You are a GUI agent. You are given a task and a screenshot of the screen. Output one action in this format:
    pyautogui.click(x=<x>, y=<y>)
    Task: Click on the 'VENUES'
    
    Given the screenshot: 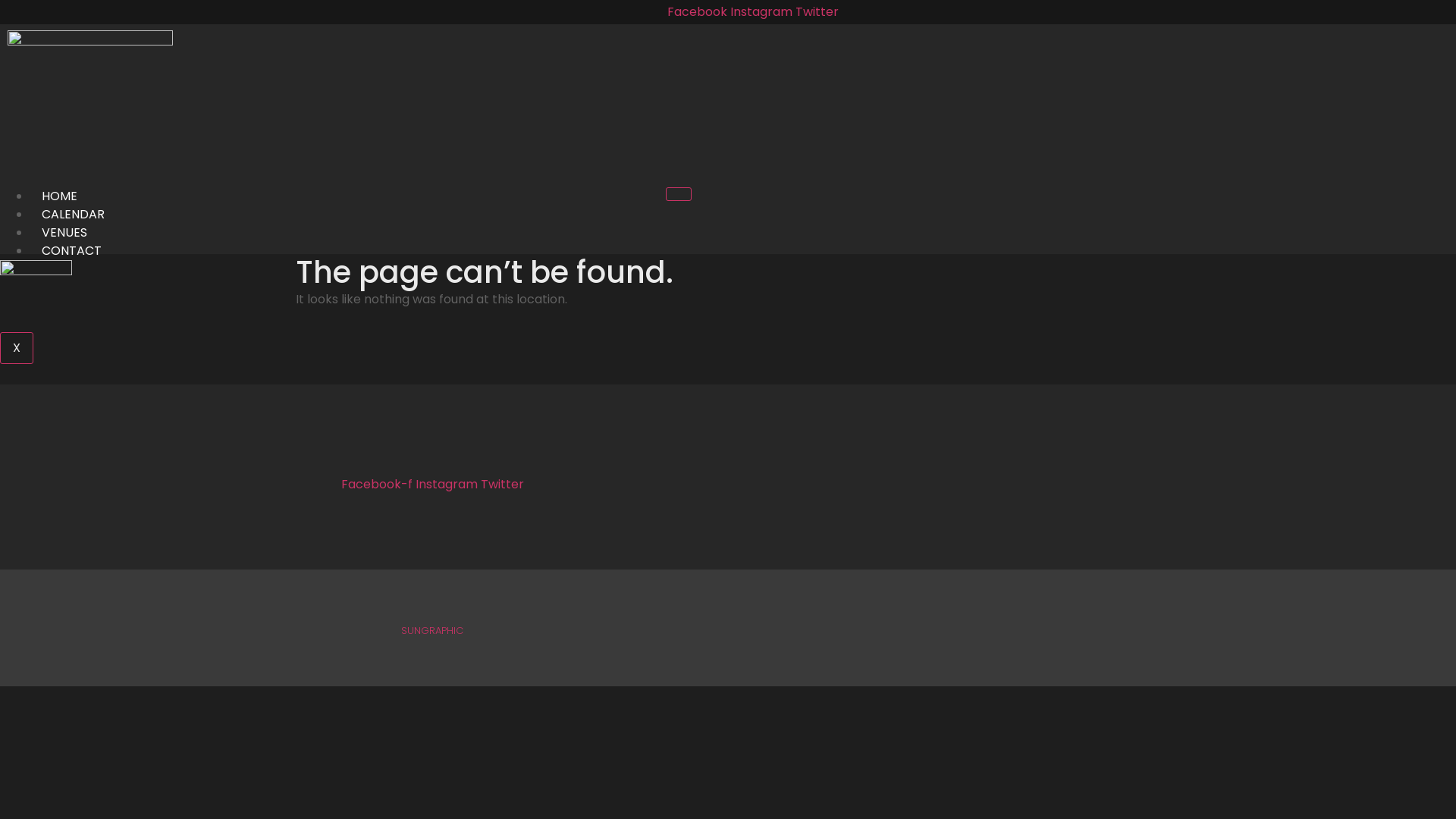 What is the action you would take?
    pyautogui.click(x=64, y=232)
    